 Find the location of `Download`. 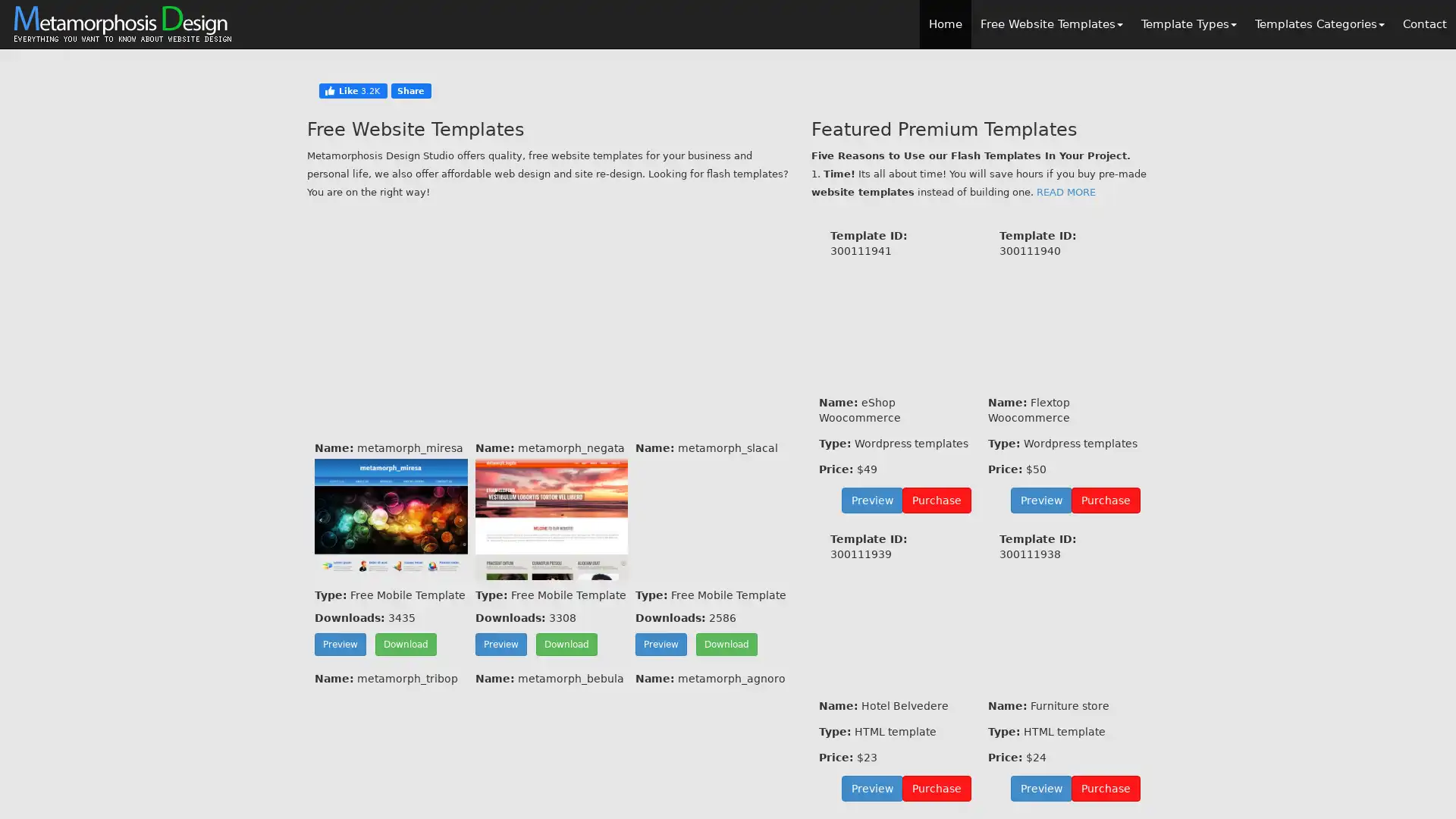

Download is located at coordinates (726, 644).